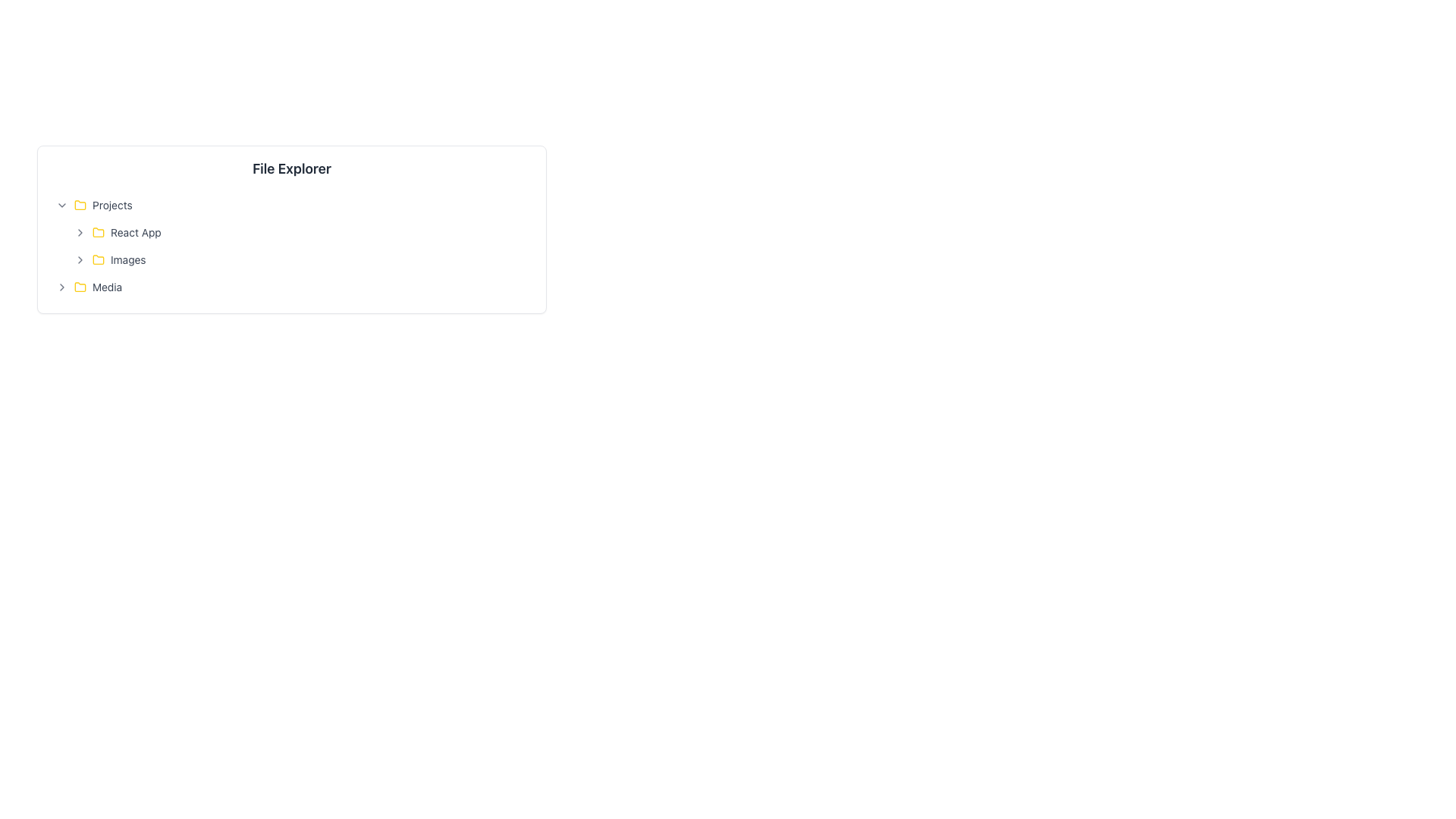 The width and height of the screenshot is (1456, 819). What do you see at coordinates (61, 287) in the screenshot?
I see `the expandable/collapsible icon associated with the 'Media' item` at bounding box center [61, 287].